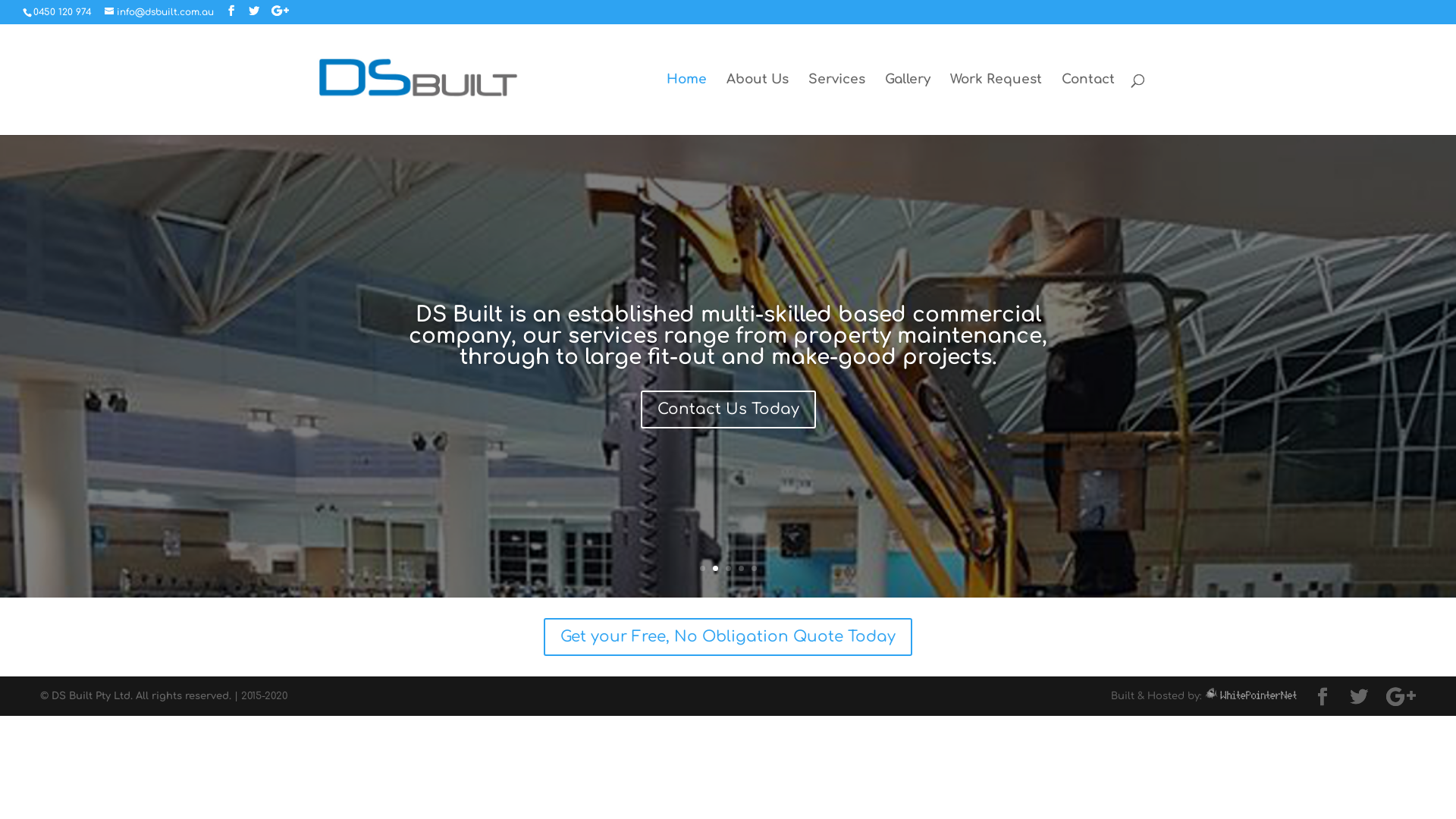 The width and height of the screenshot is (1456, 819). What do you see at coordinates (757, 104) in the screenshot?
I see `'About Us'` at bounding box center [757, 104].